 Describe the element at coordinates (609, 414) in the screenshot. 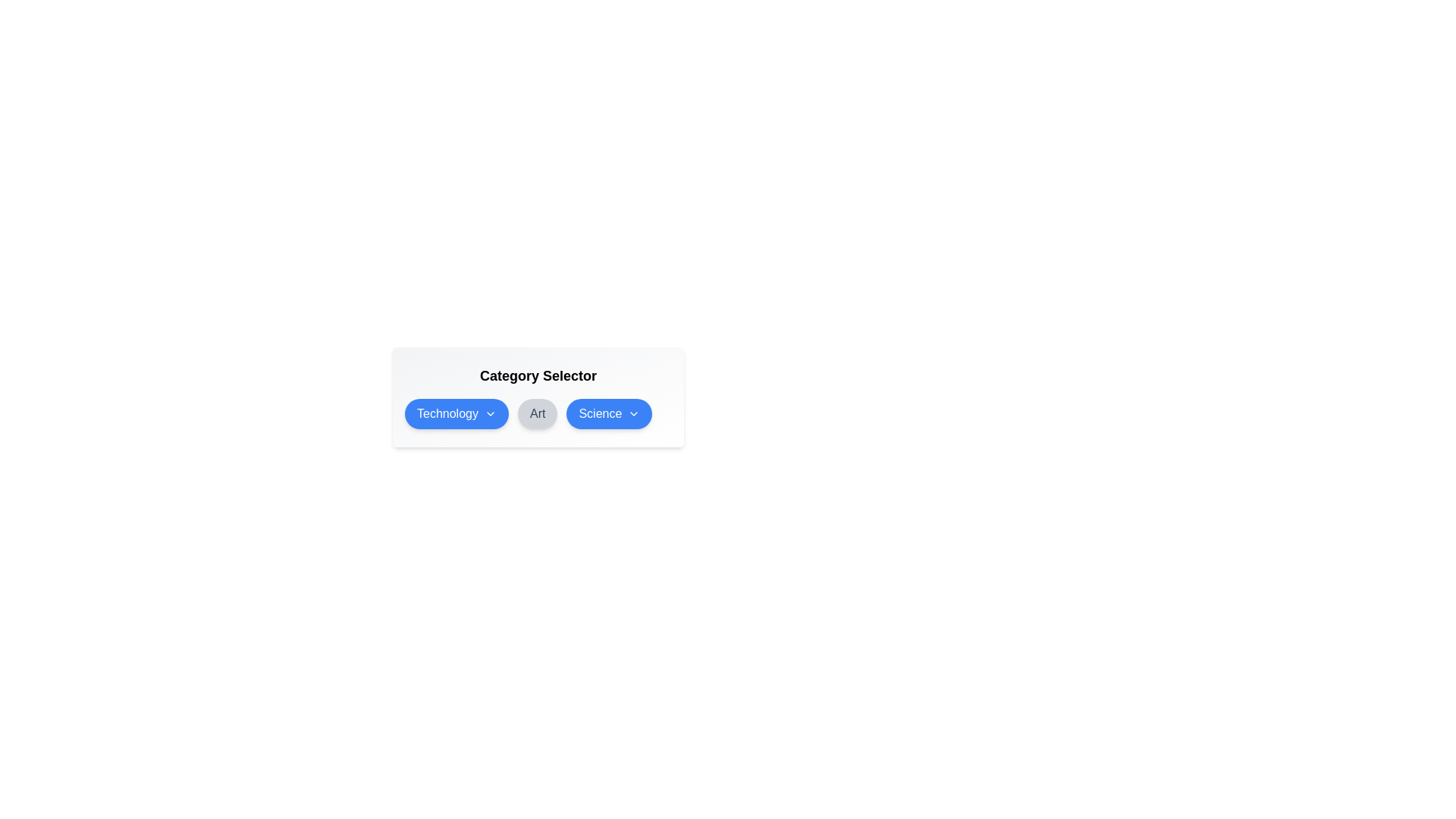

I see `the Science category to toggle its selection status` at that location.